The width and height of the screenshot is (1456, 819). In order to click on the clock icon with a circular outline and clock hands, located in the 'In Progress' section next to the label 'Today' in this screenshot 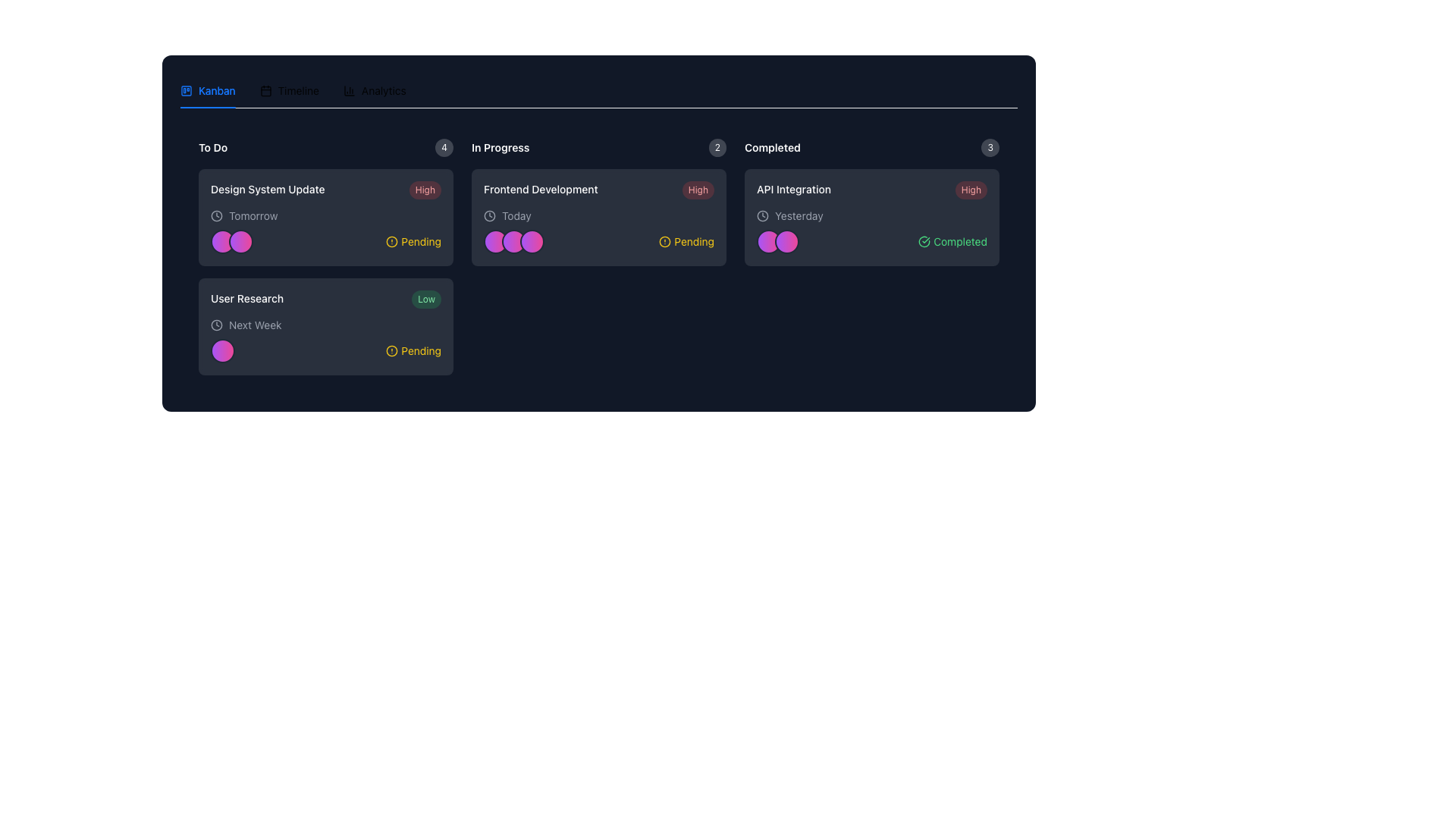, I will do `click(490, 216)`.